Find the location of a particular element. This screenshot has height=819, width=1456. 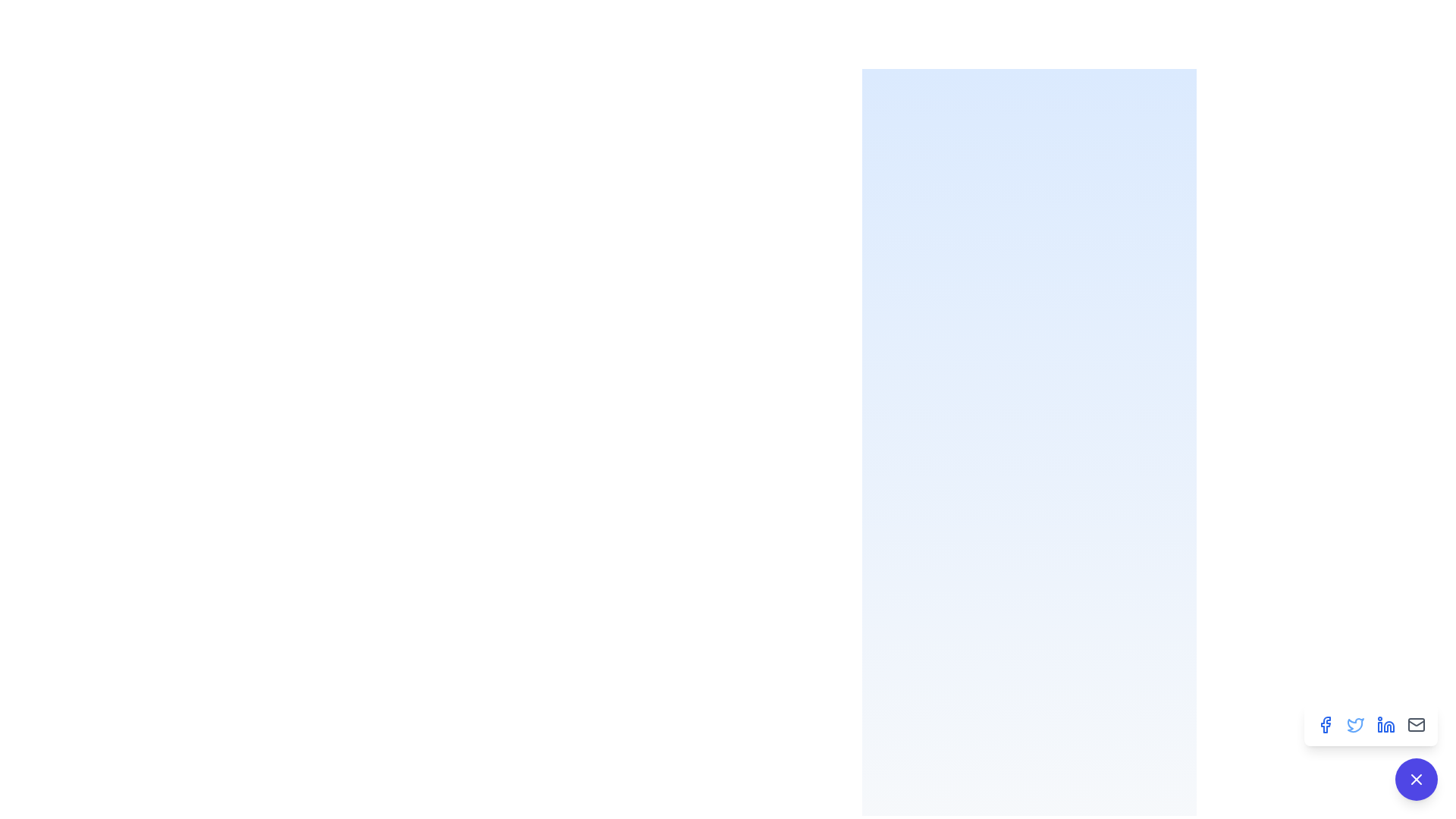

the LinkedIn SVG icon located towards the bottom-right corner of the interface is located at coordinates (1389, 725).